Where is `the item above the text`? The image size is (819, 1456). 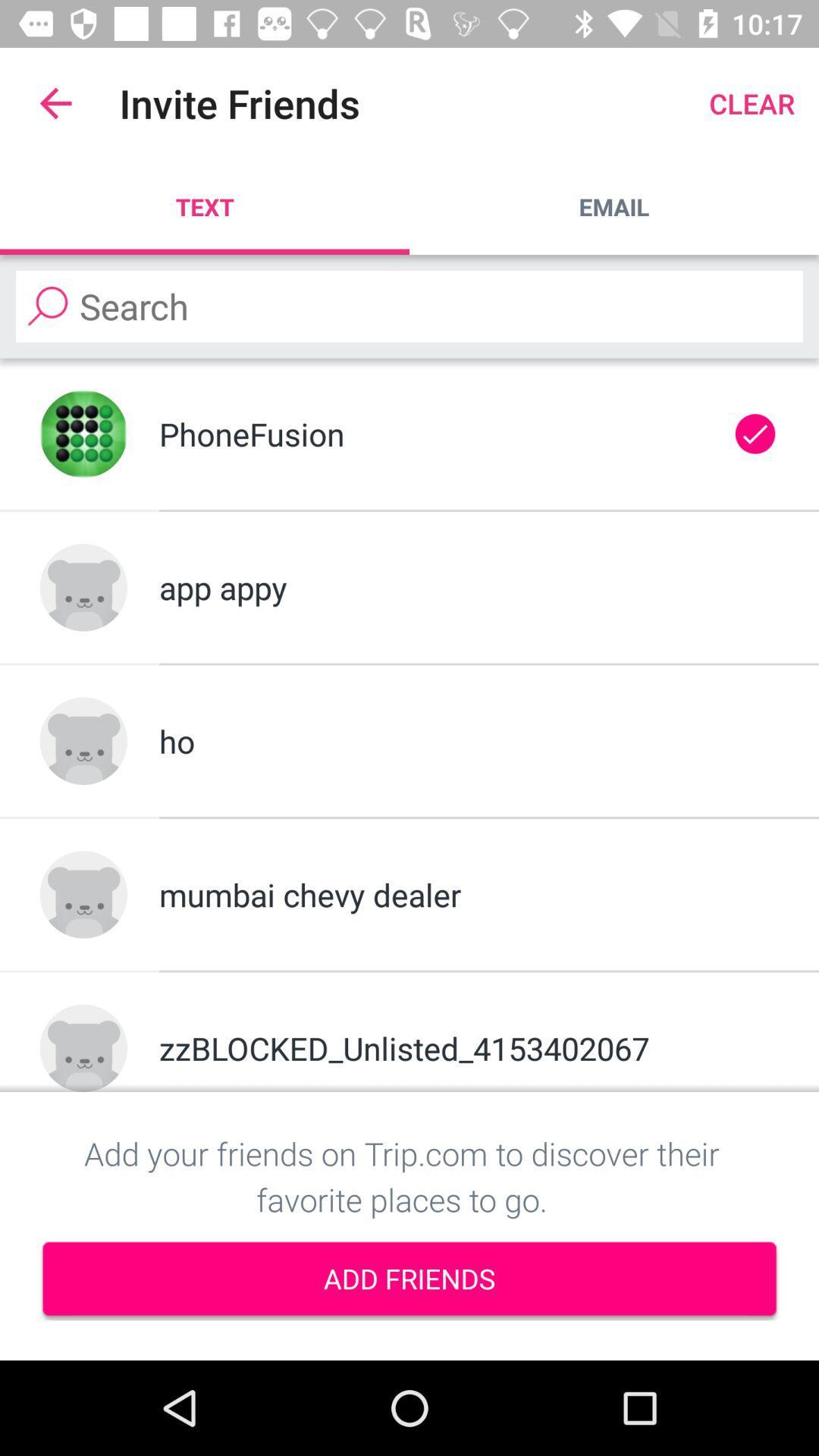 the item above the text is located at coordinates (55, 102).